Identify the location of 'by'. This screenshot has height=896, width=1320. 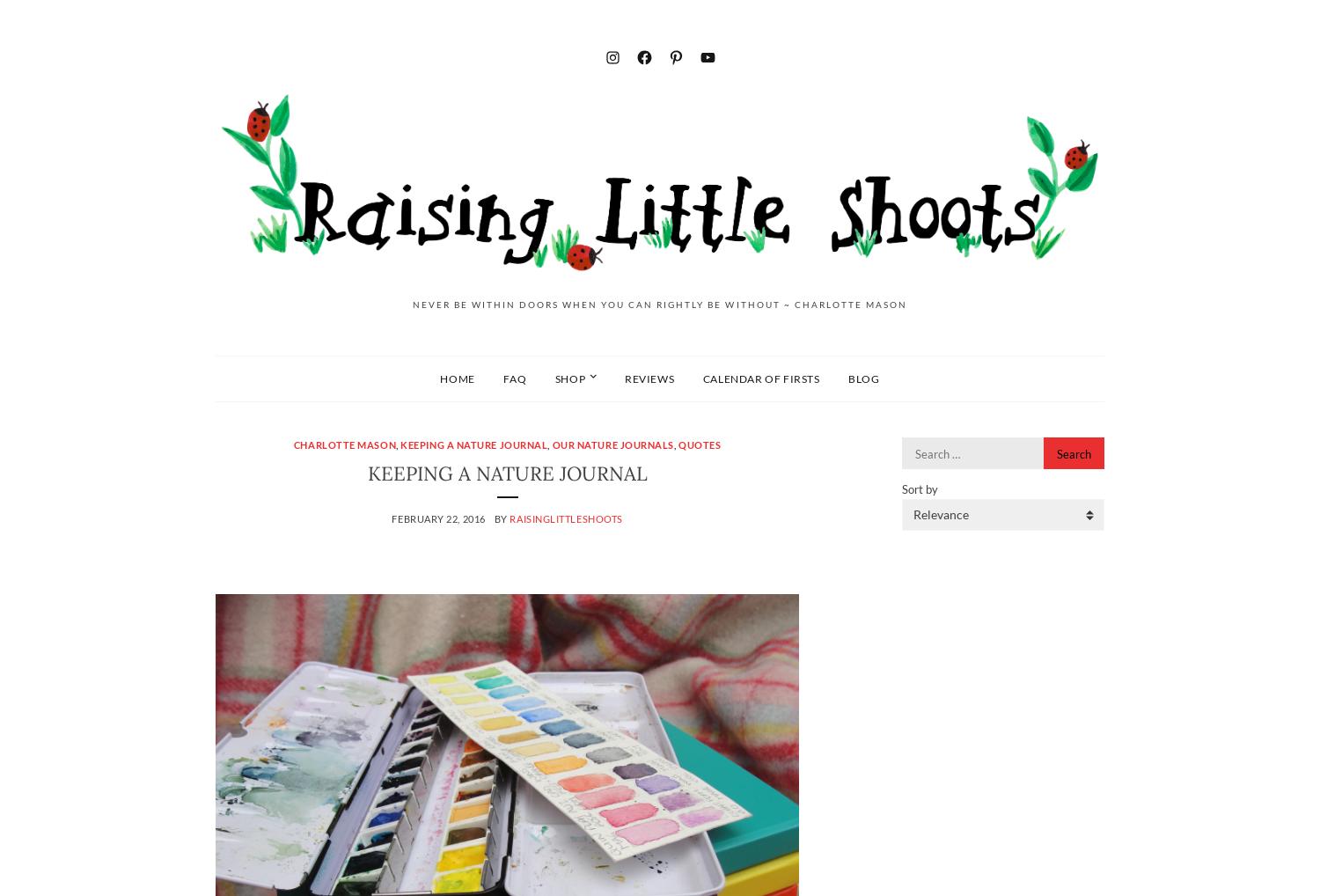
(501, 518).